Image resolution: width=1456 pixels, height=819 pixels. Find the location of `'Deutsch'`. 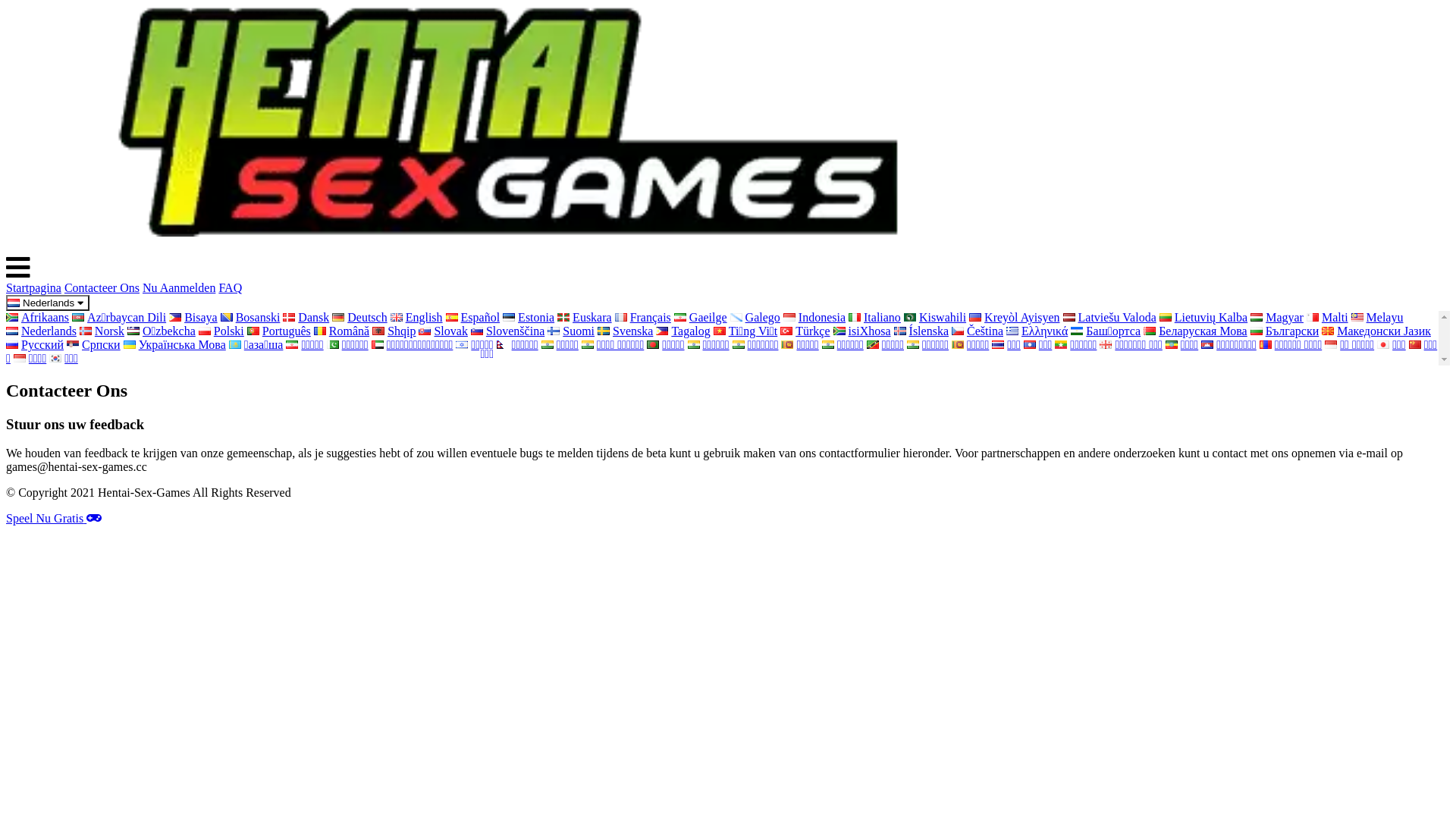

'Deutsch' is located at coordinates (359, 316).